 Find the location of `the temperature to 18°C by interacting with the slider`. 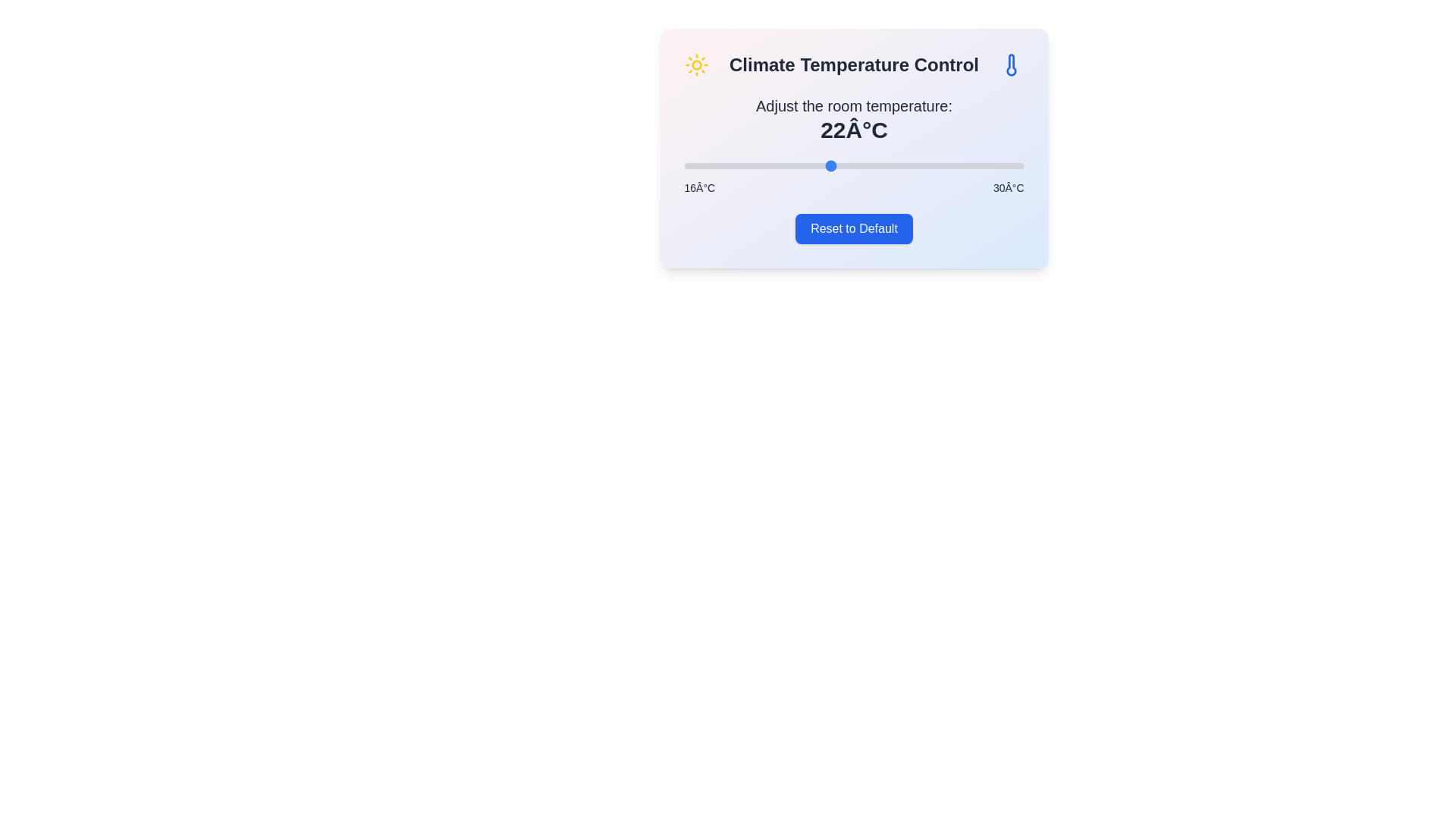

the temperature to 18°C by interacting with the slider is located at coordinates (733, 166).